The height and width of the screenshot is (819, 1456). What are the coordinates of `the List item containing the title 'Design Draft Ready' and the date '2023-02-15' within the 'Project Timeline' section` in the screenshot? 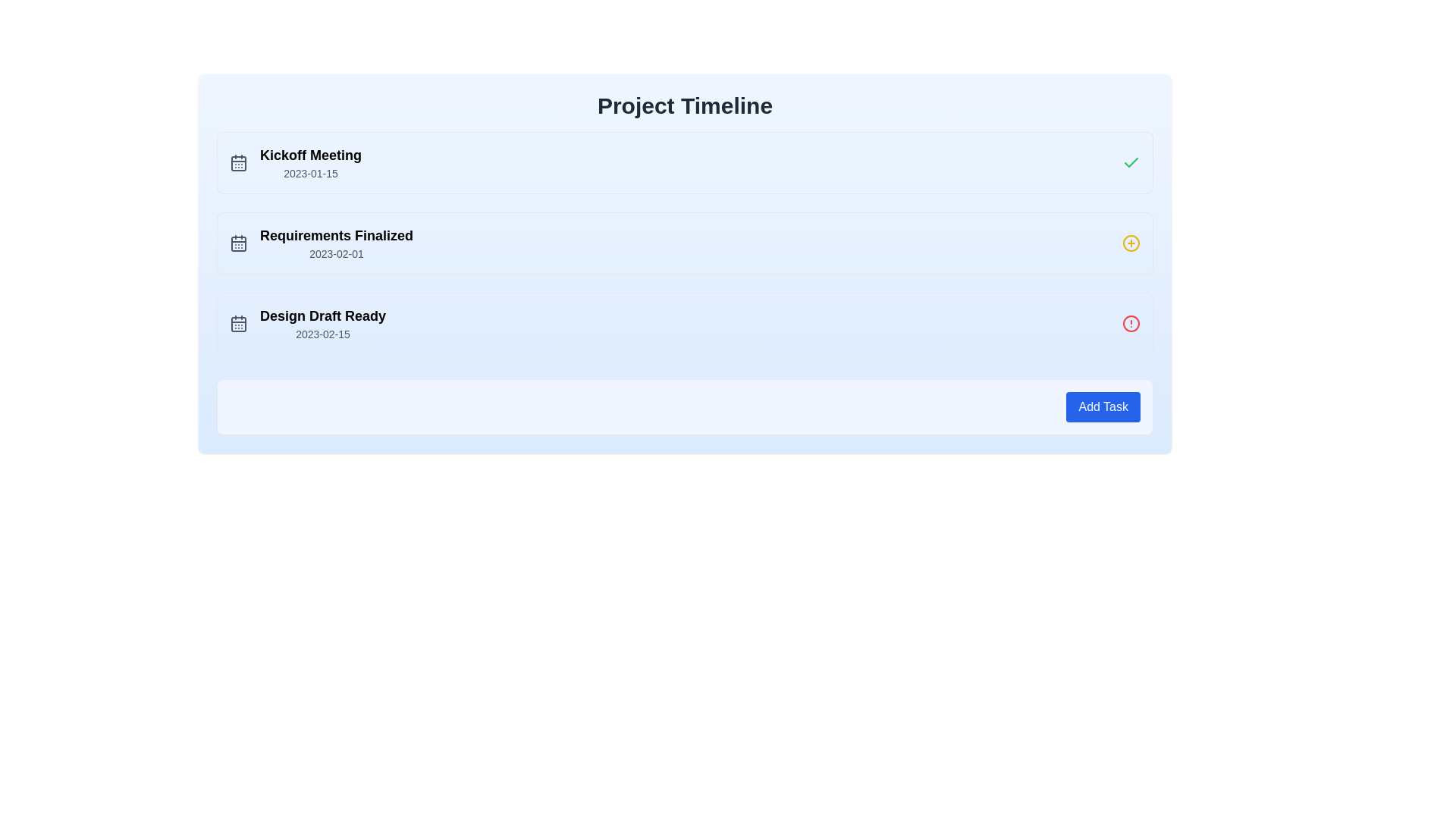 It's located at (322, 323).